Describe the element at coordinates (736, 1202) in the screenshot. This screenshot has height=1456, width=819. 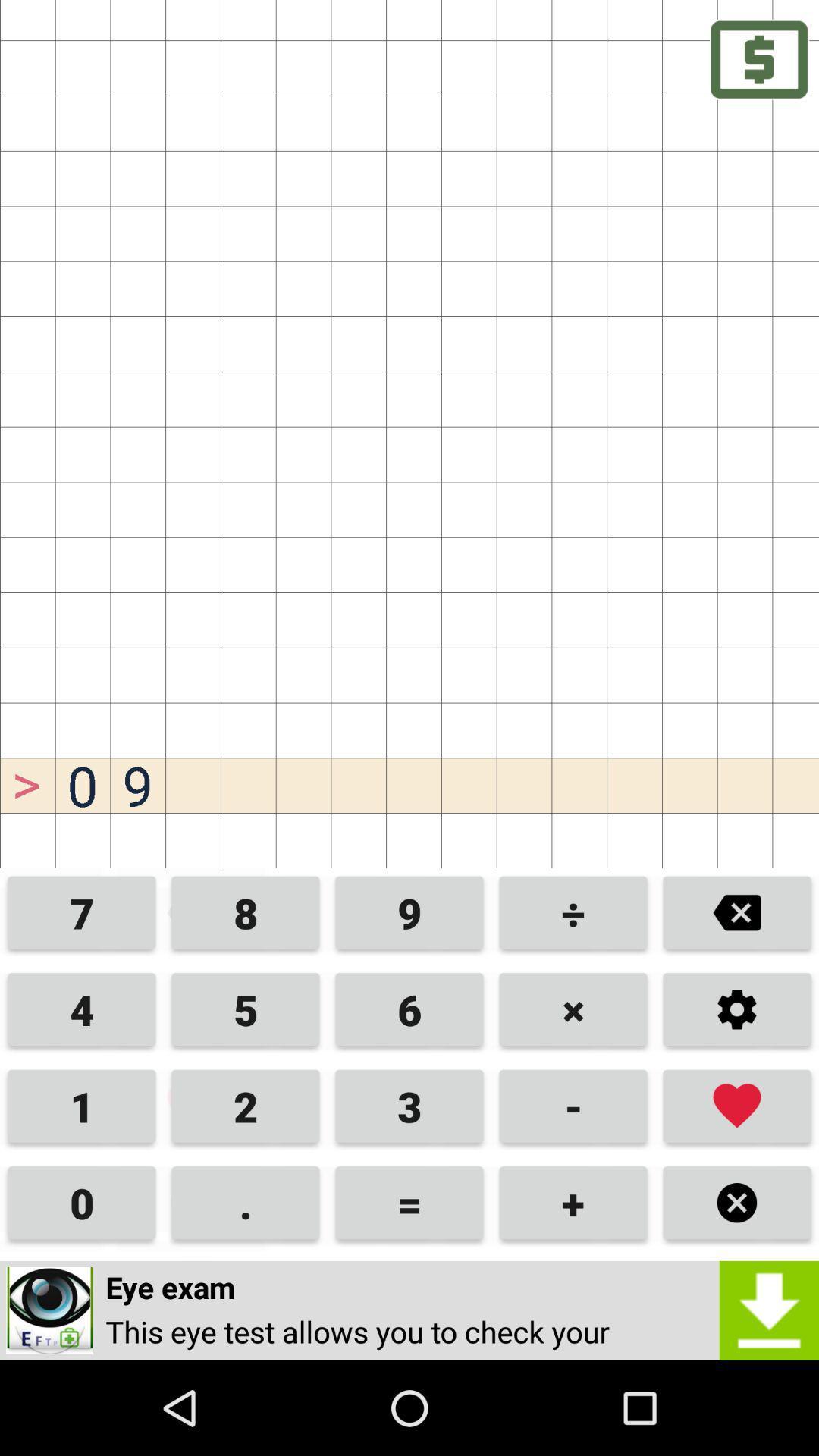
I see `multiply option` at that location.